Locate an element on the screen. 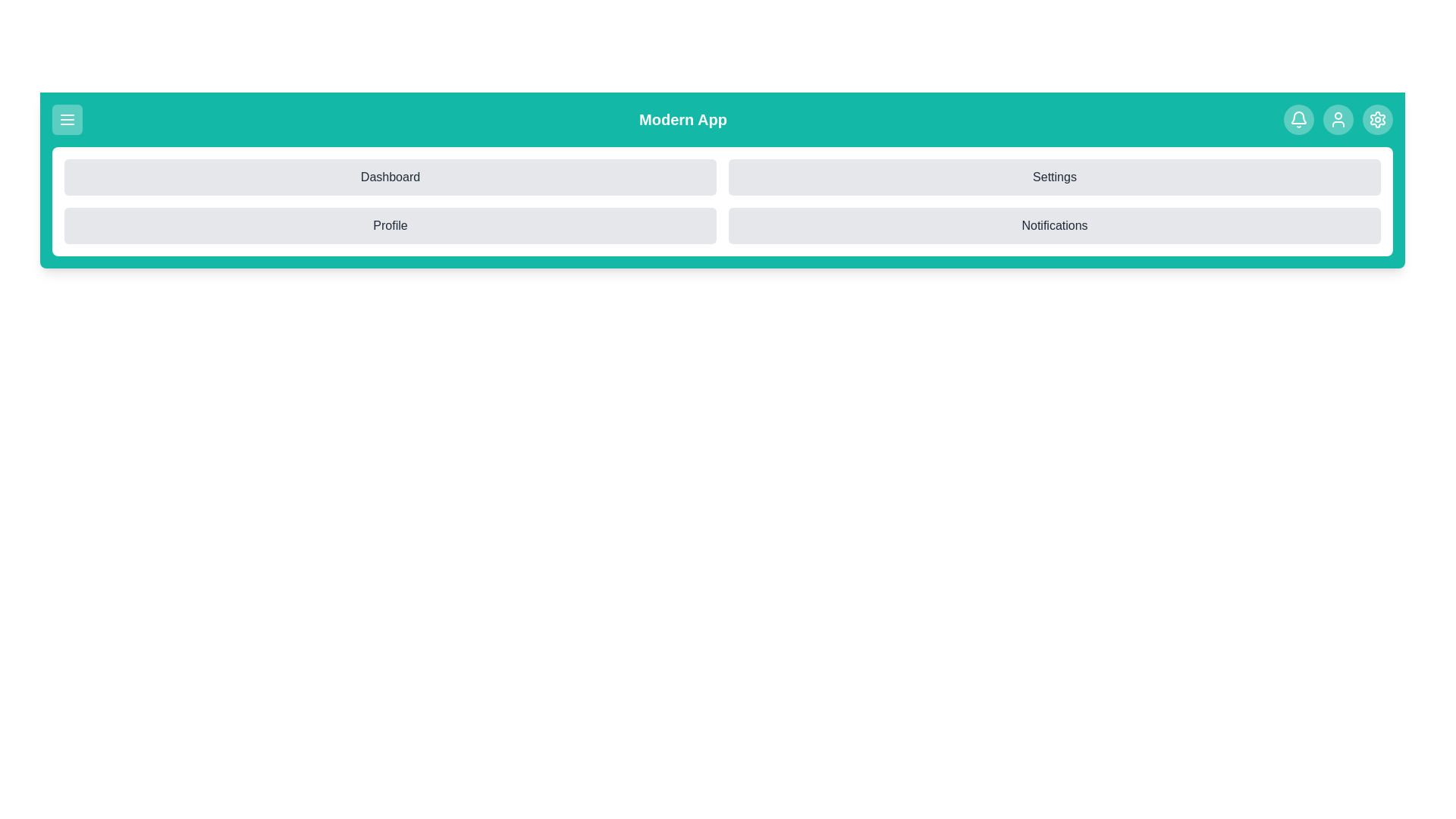  the 'Settings' button to select it is located at coordinates (1054, 177).